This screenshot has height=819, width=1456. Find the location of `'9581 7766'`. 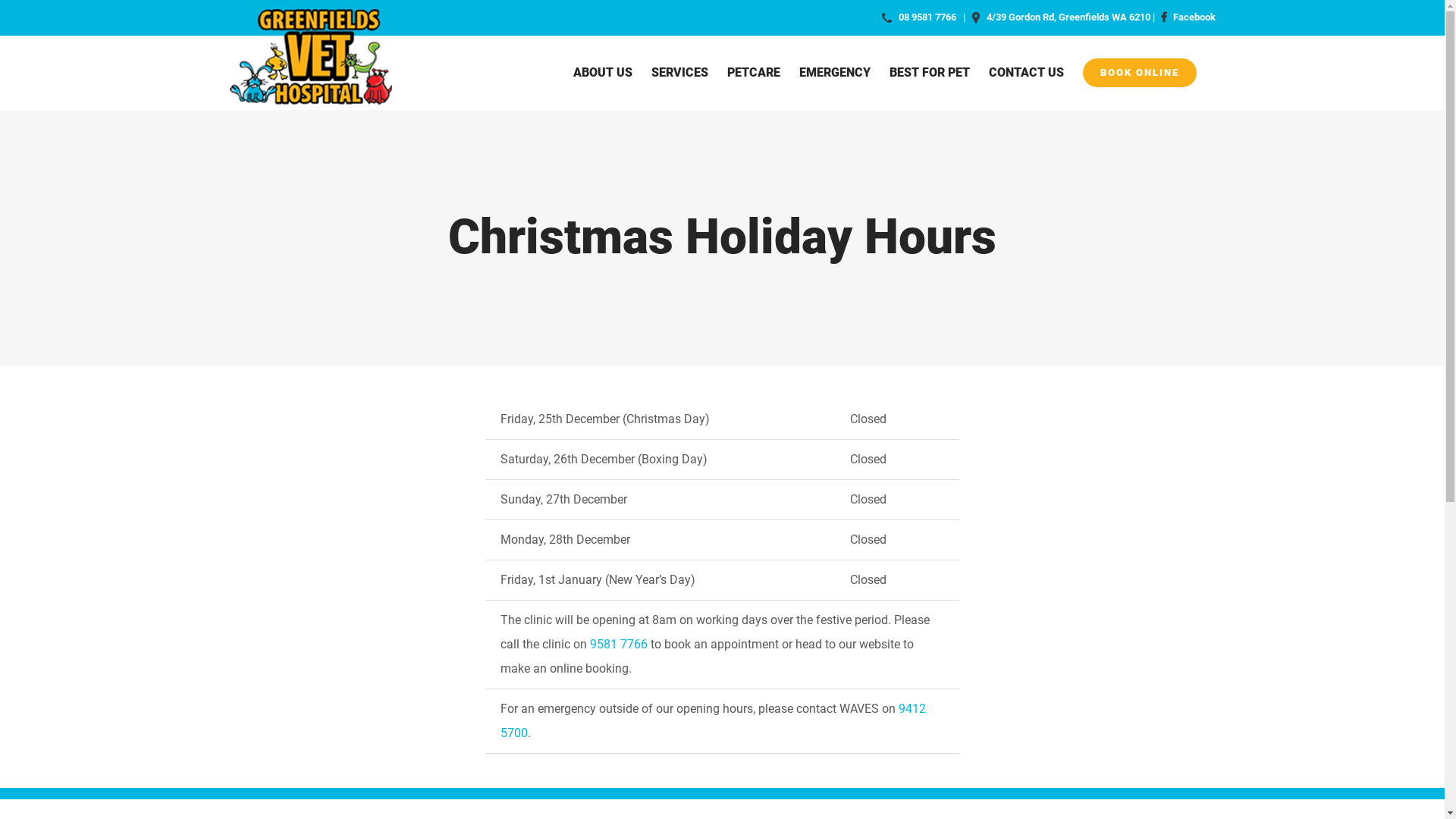

'9581 7766' is located at coordinates (619, 644).